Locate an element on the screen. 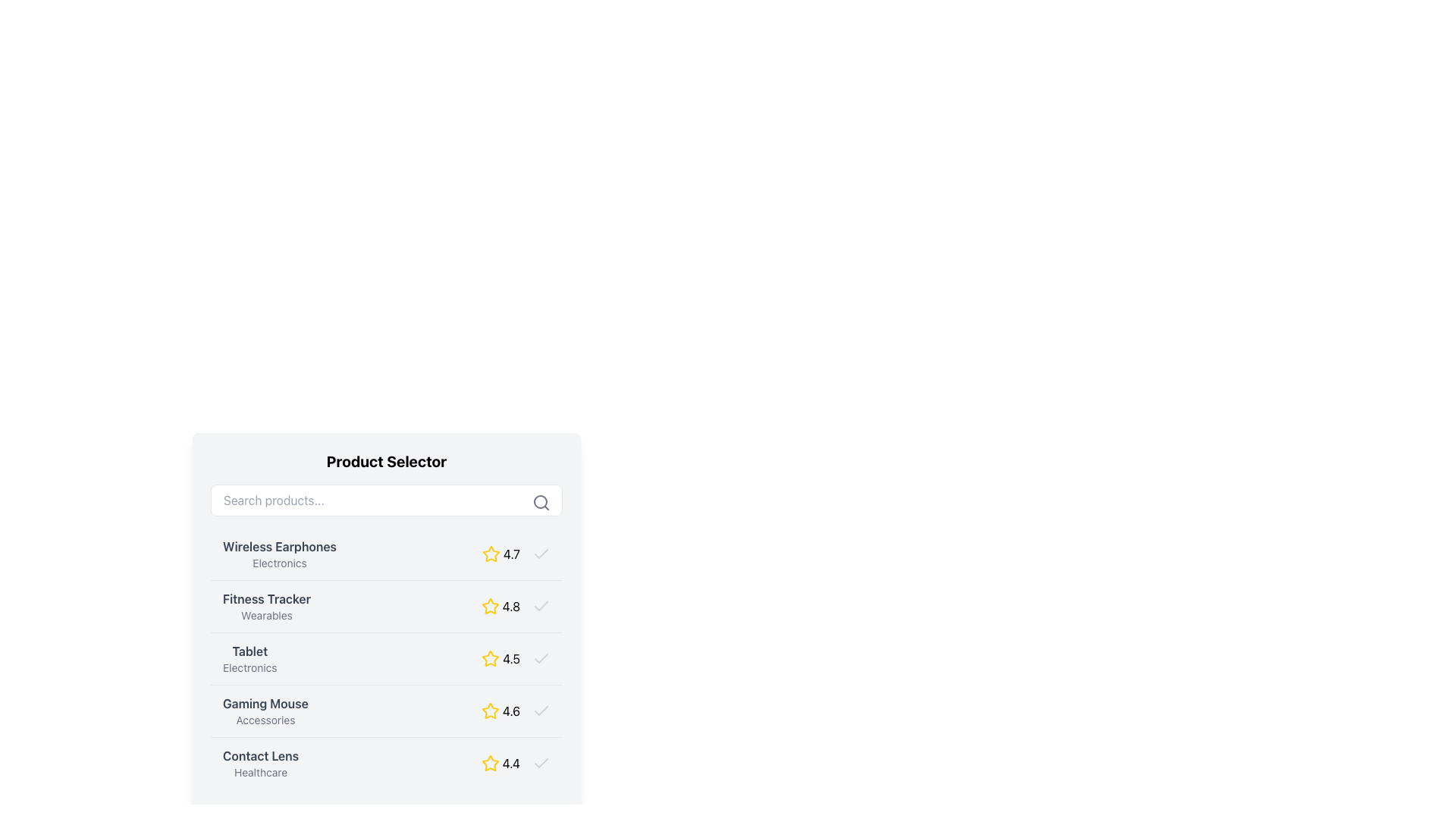 This screenshot has width=1456, height=819. the Star Icon located to the left of the text '4.7' in the 'Wireless Earphones' row under the 'Product Selector' header is located at coordinates (491, 554).